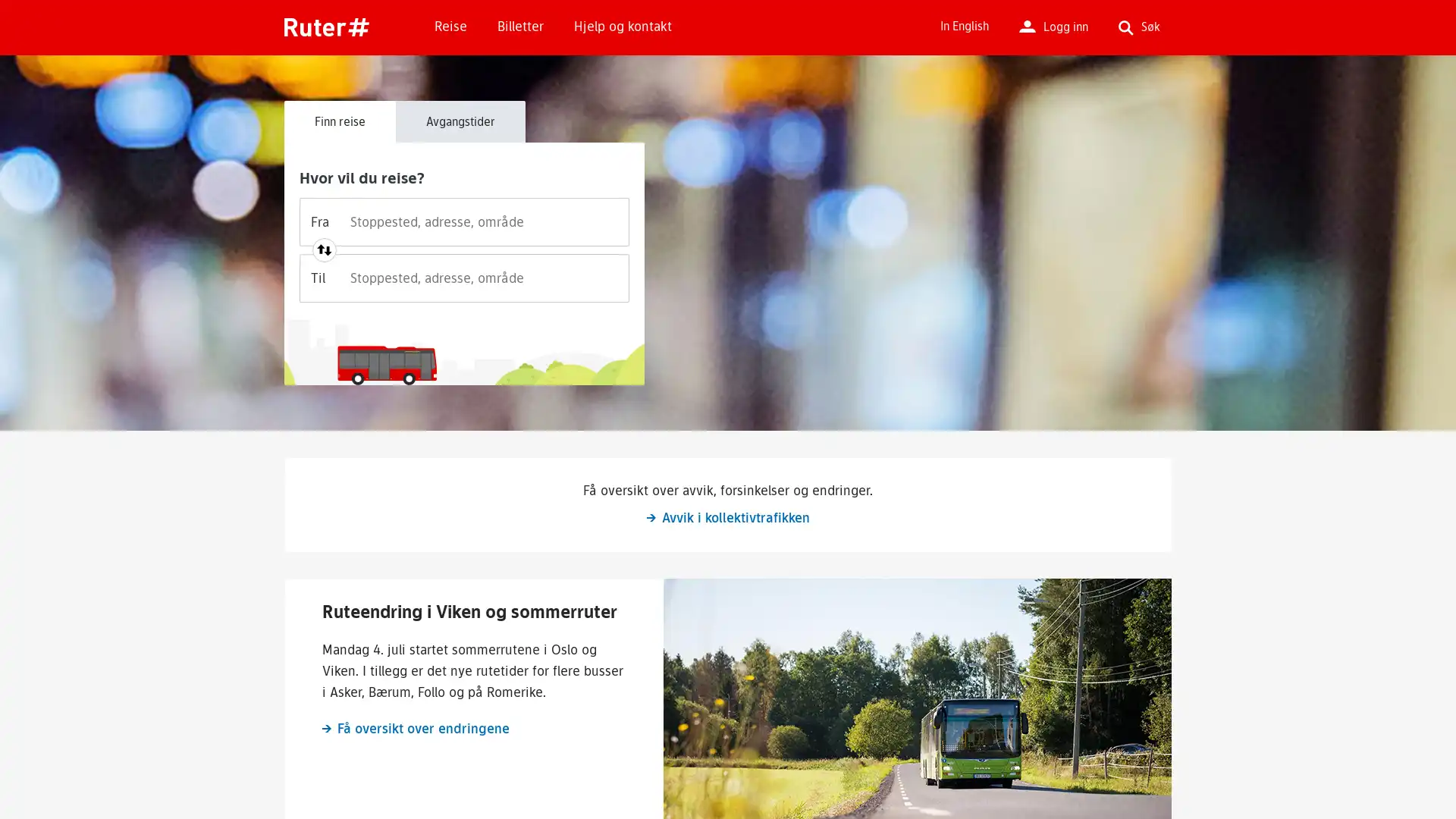 The height and width of the screenshot is (819, 1456). I want to click on Finn reise, so click(339, 120).